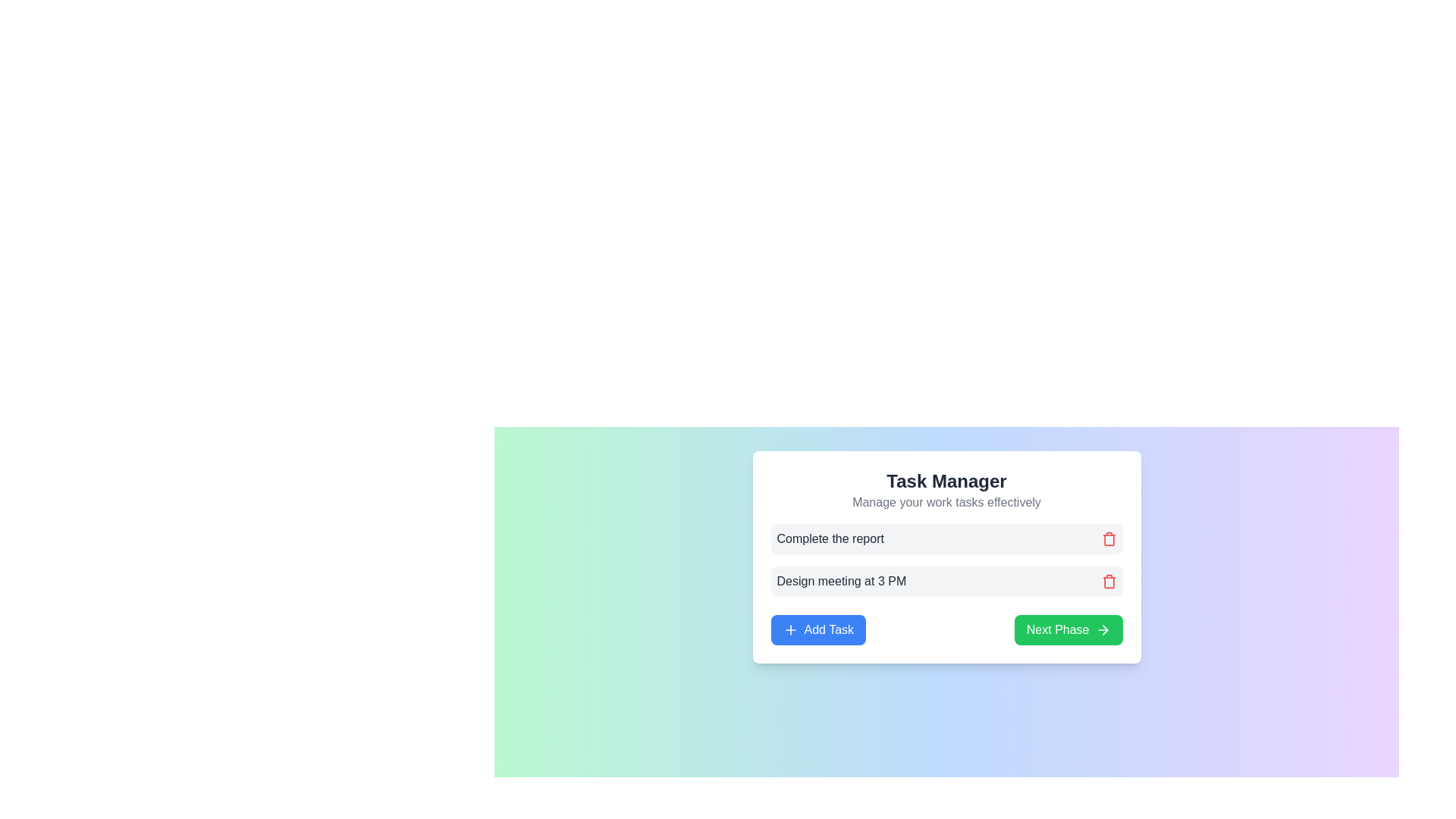 This screenshot has height=819, width=1456. Describe the element at coordinates (1068, 629) in the screenshot. I see `the green 'Next Phase' button with rounded corners located in the bottom-right corner of the task management section` at that location.